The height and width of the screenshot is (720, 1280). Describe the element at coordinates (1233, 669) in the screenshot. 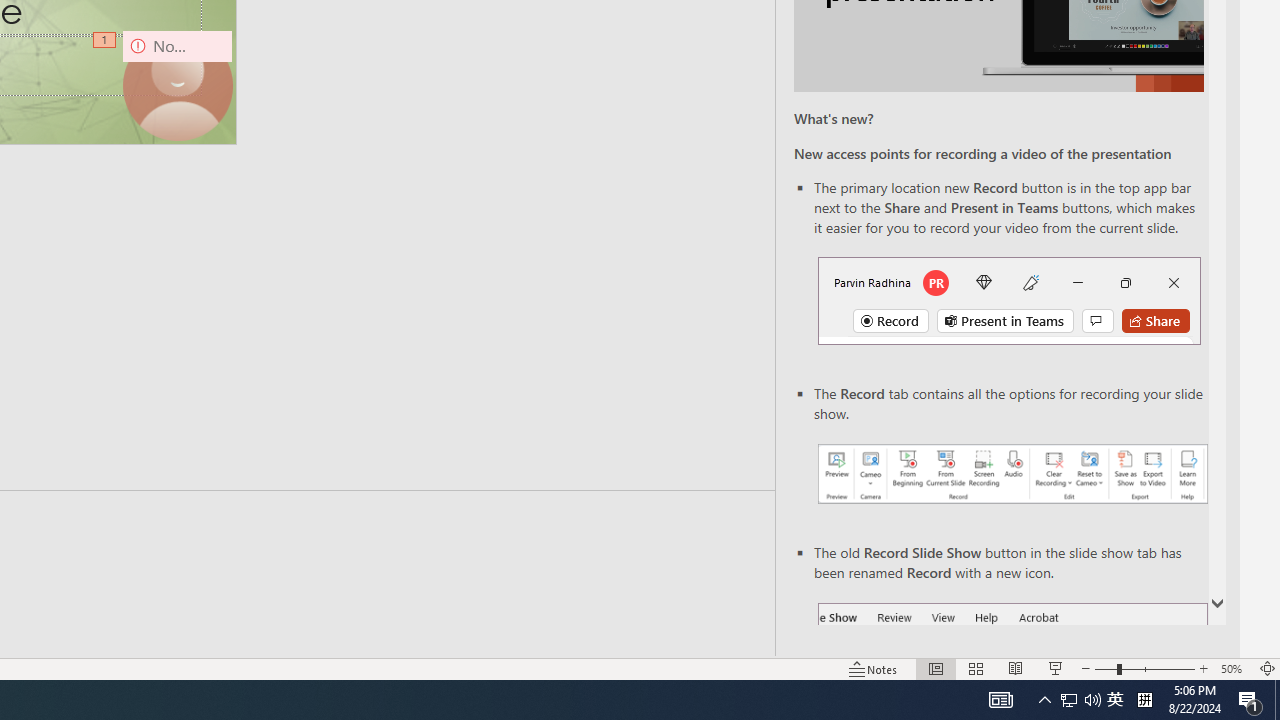

I see `'Zoom 50%'` at that location.